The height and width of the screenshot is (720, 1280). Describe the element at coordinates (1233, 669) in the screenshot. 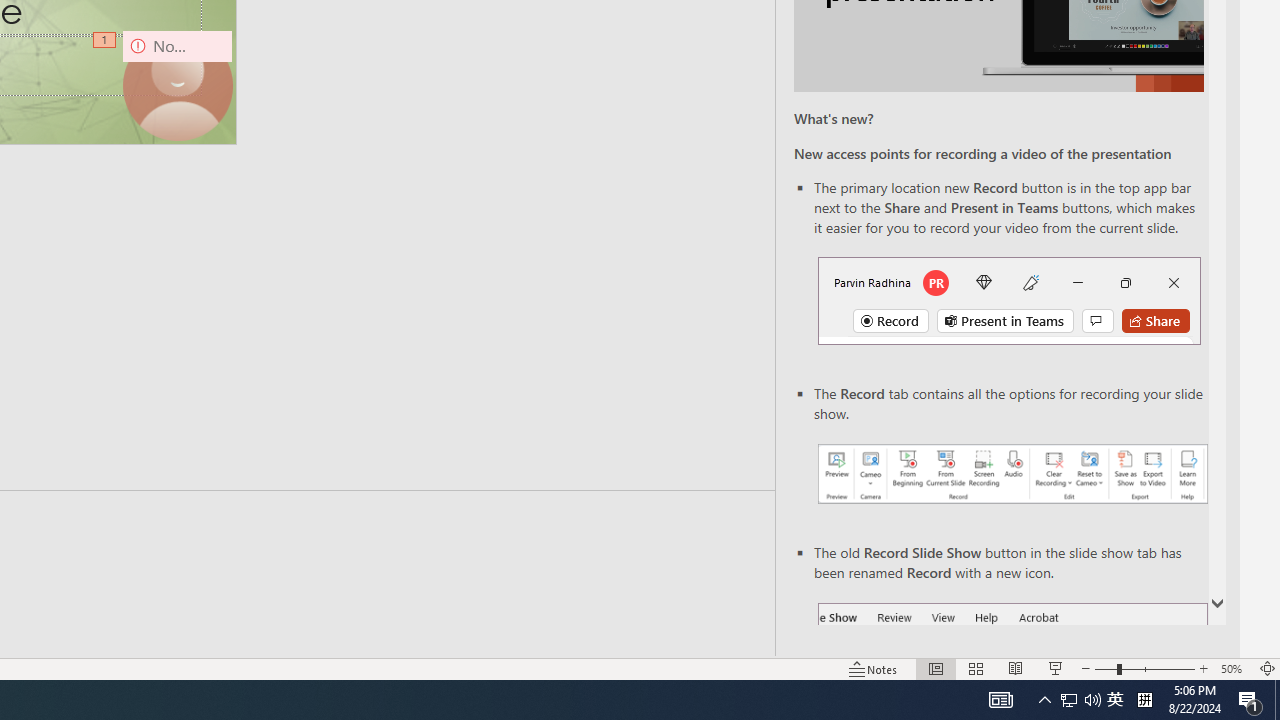

I see `'Zoom 50%'` at that location.